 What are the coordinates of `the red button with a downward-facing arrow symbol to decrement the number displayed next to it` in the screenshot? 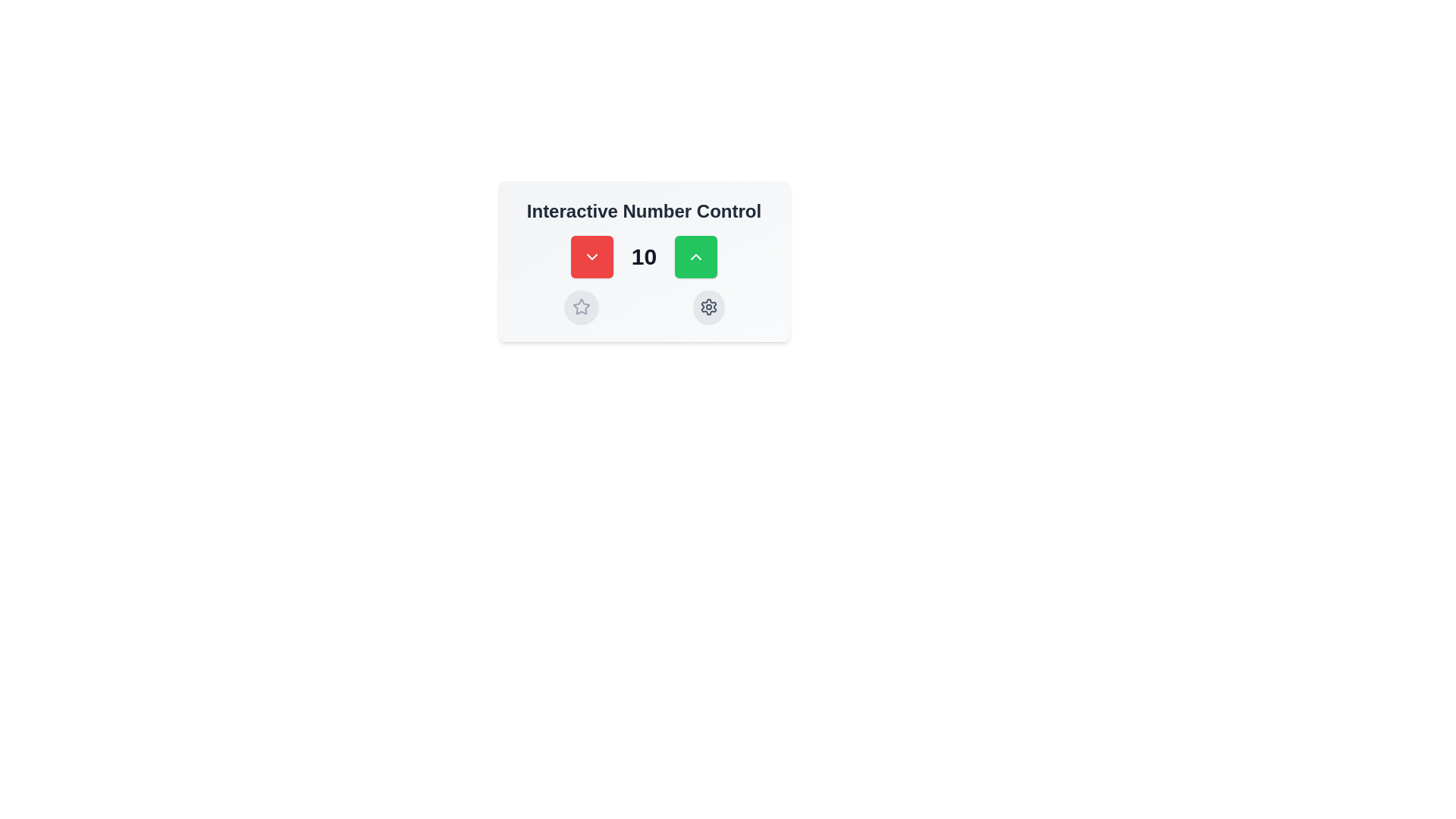 It's located at (591, 256).